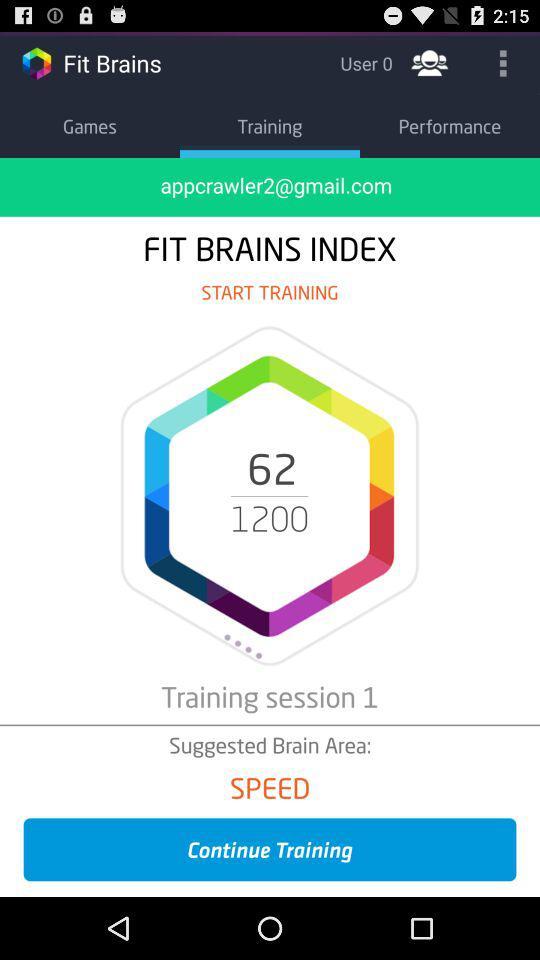 The width and height of the screenshot is (540, 960). What do you see at coordinates (428, 62) in the screenshot?
I see `icon to the right of user 0 item` at bounding box center [428, 62].